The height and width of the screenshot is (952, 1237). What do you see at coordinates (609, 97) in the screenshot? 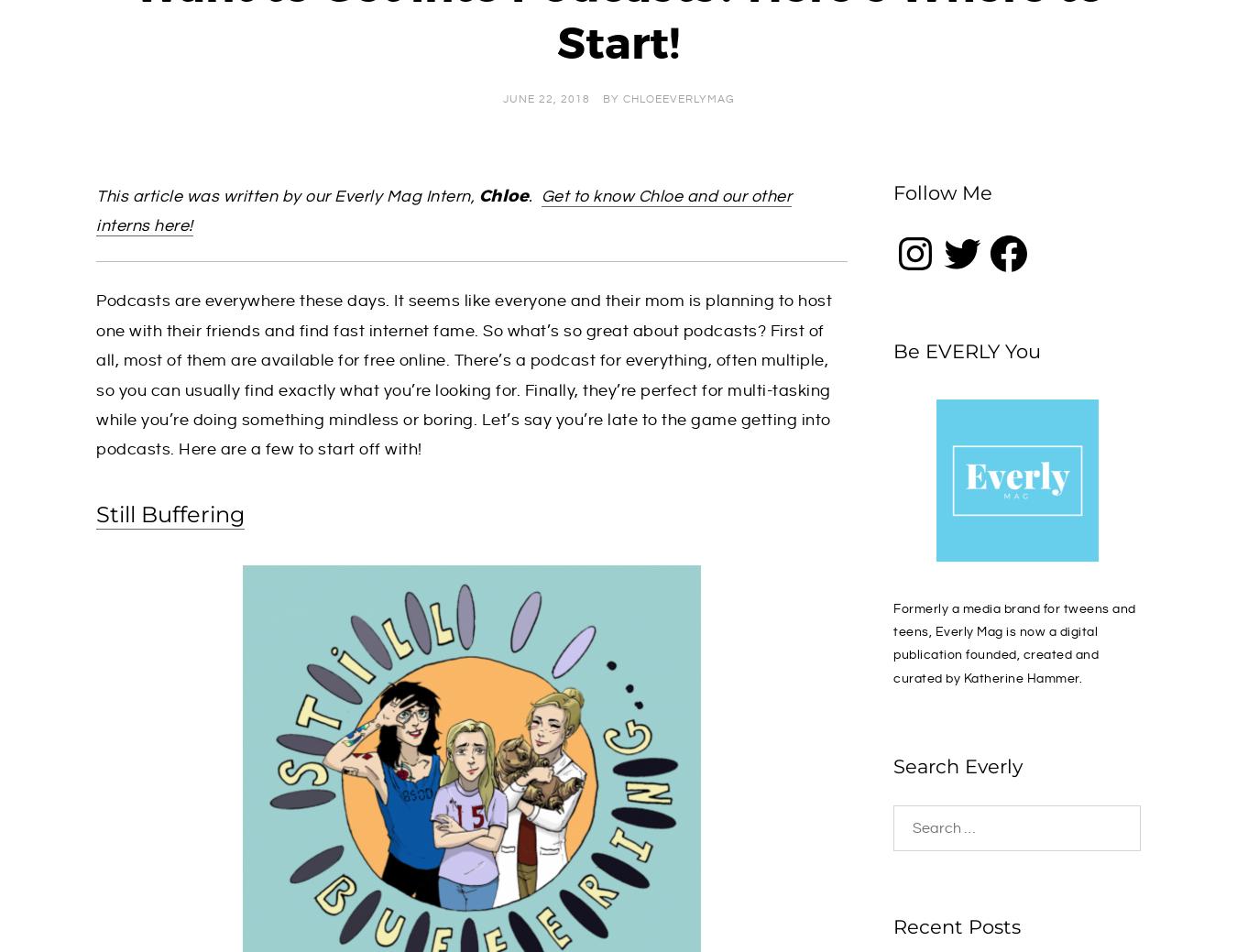
I see `'by'` at bounding box center [609, 97].